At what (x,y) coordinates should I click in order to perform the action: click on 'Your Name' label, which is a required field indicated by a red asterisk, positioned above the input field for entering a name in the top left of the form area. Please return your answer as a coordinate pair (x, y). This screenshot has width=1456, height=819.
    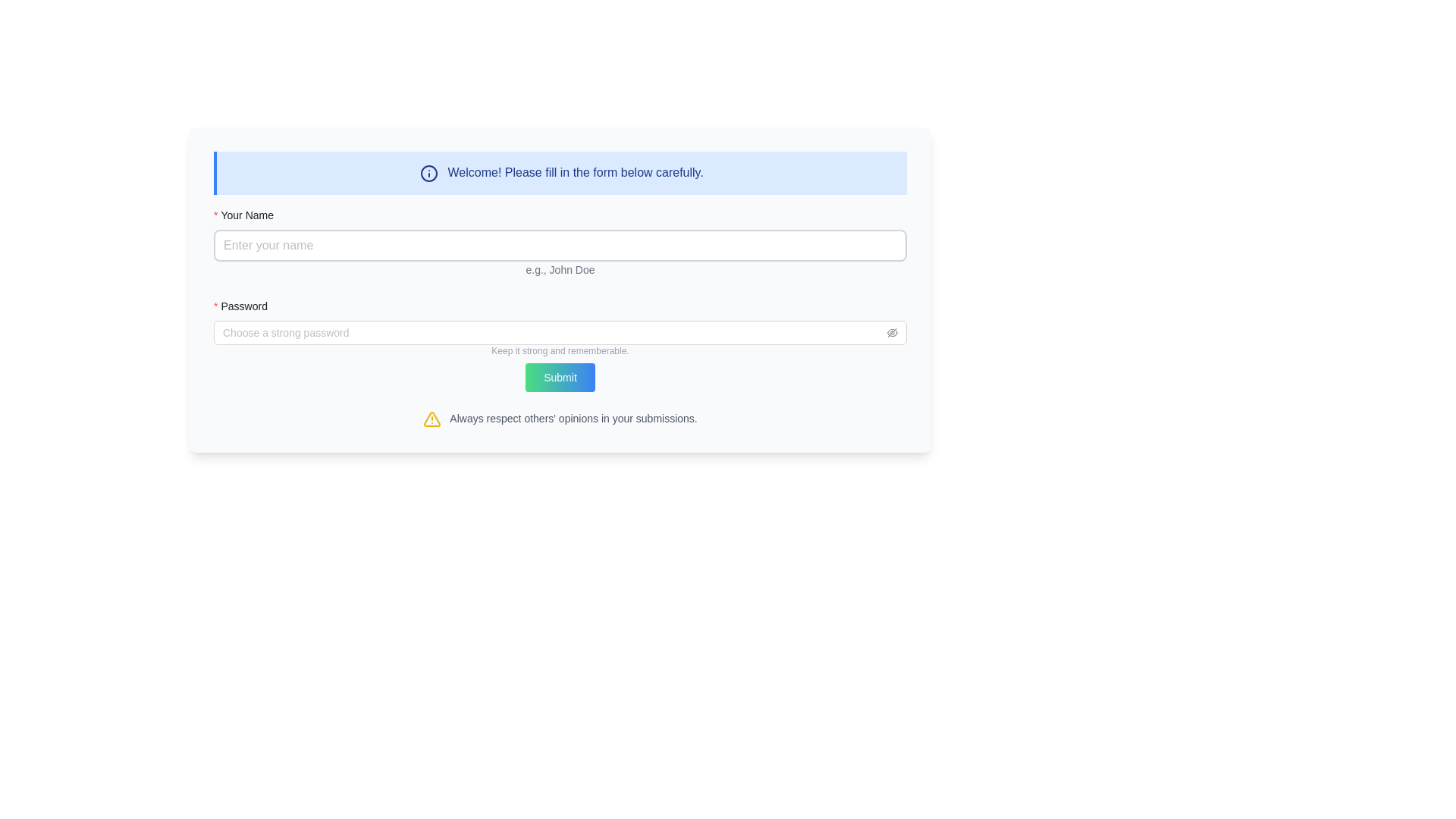
    Looking at the image, I should click on (249, 215).